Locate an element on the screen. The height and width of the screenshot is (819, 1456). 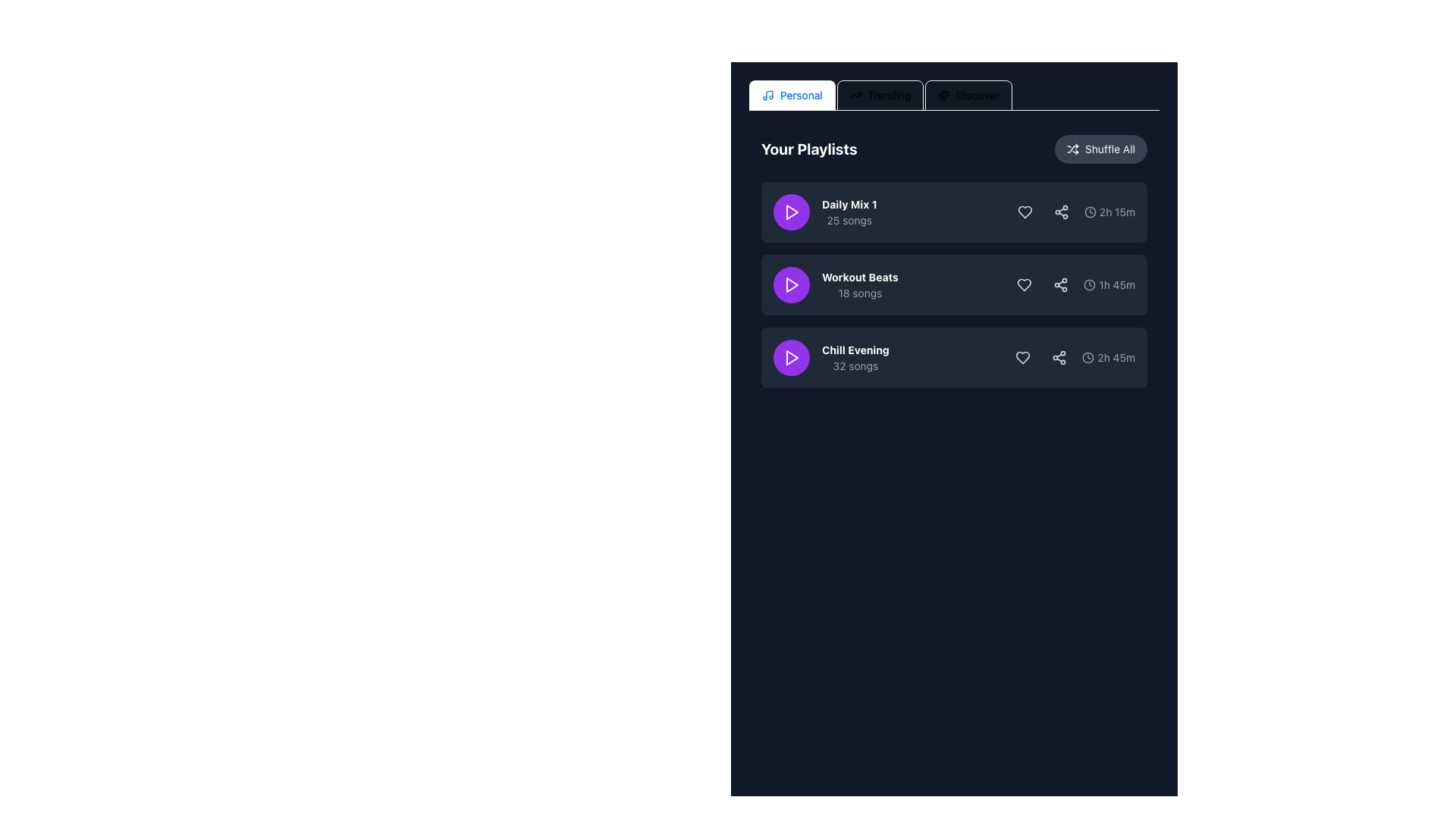
the small clock icon located to the left of the time label '2h 15m' in the playlist 'Daily Mix 1' is located at coordinates (1089, 212).